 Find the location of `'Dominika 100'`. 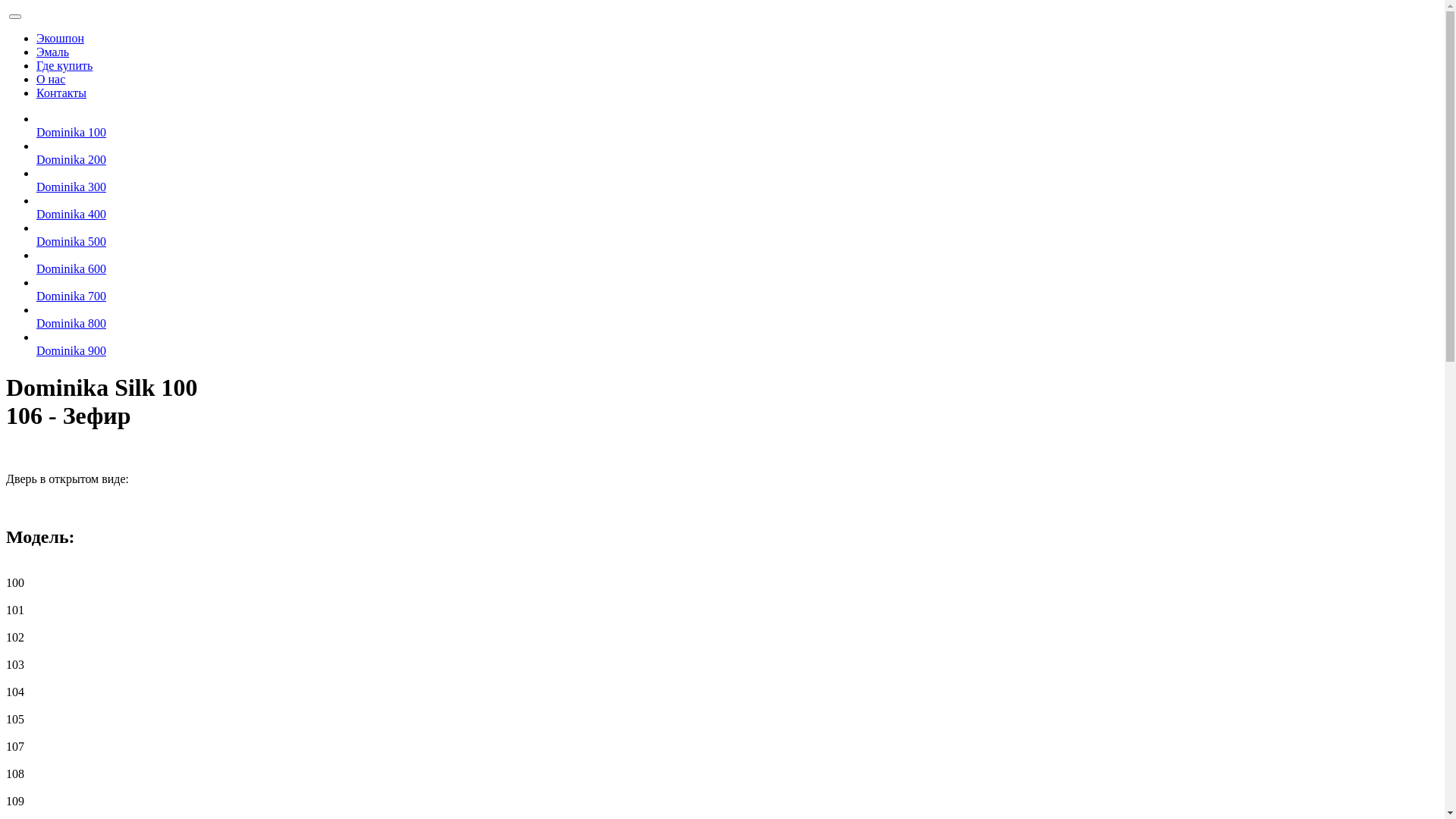

'Dominika 100' is located at coordinates (71, 131).